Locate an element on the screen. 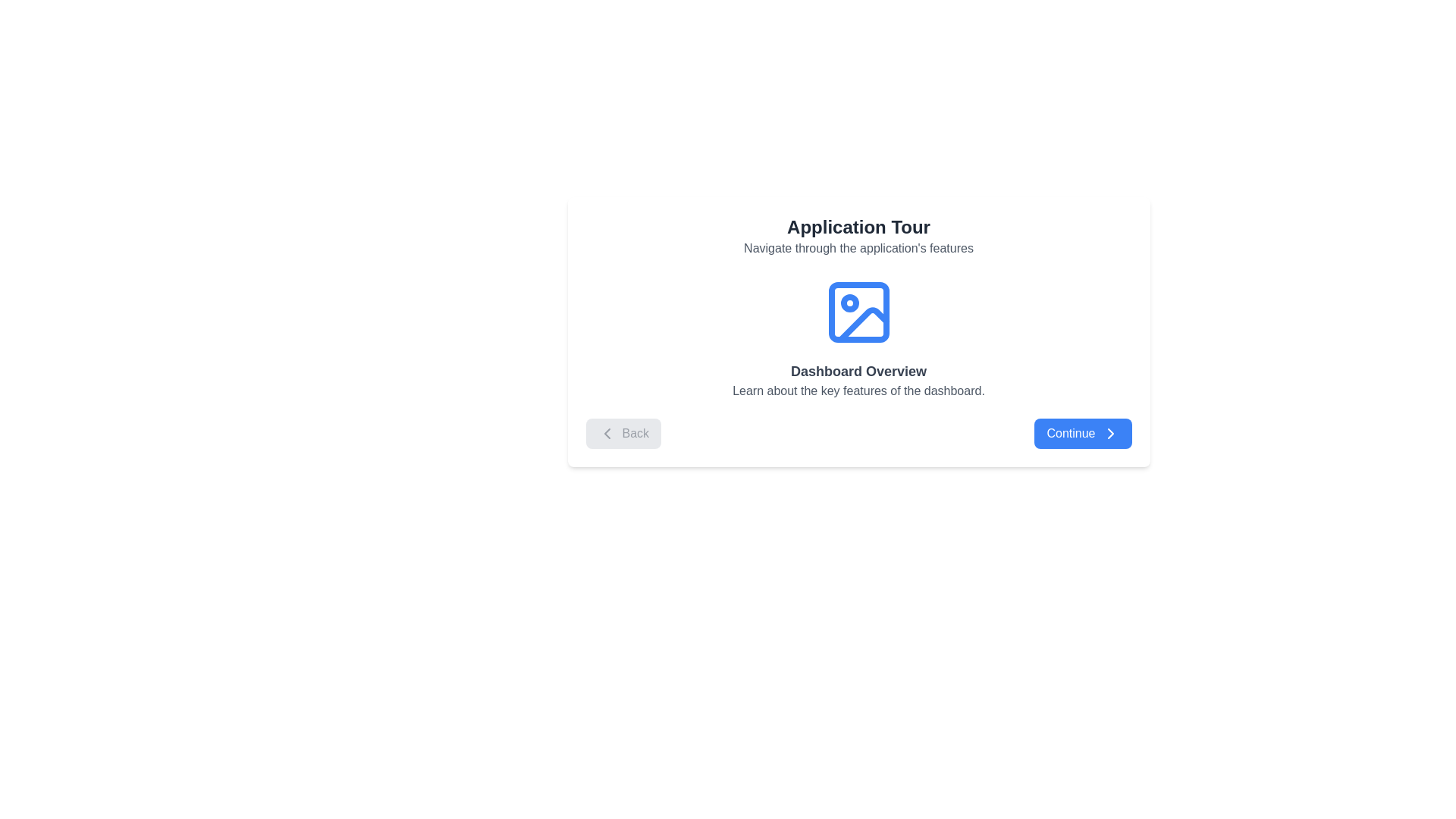  the 'Back' chevron icon located in the bottom left of the white dialog box is located at coordinates (607, 433).